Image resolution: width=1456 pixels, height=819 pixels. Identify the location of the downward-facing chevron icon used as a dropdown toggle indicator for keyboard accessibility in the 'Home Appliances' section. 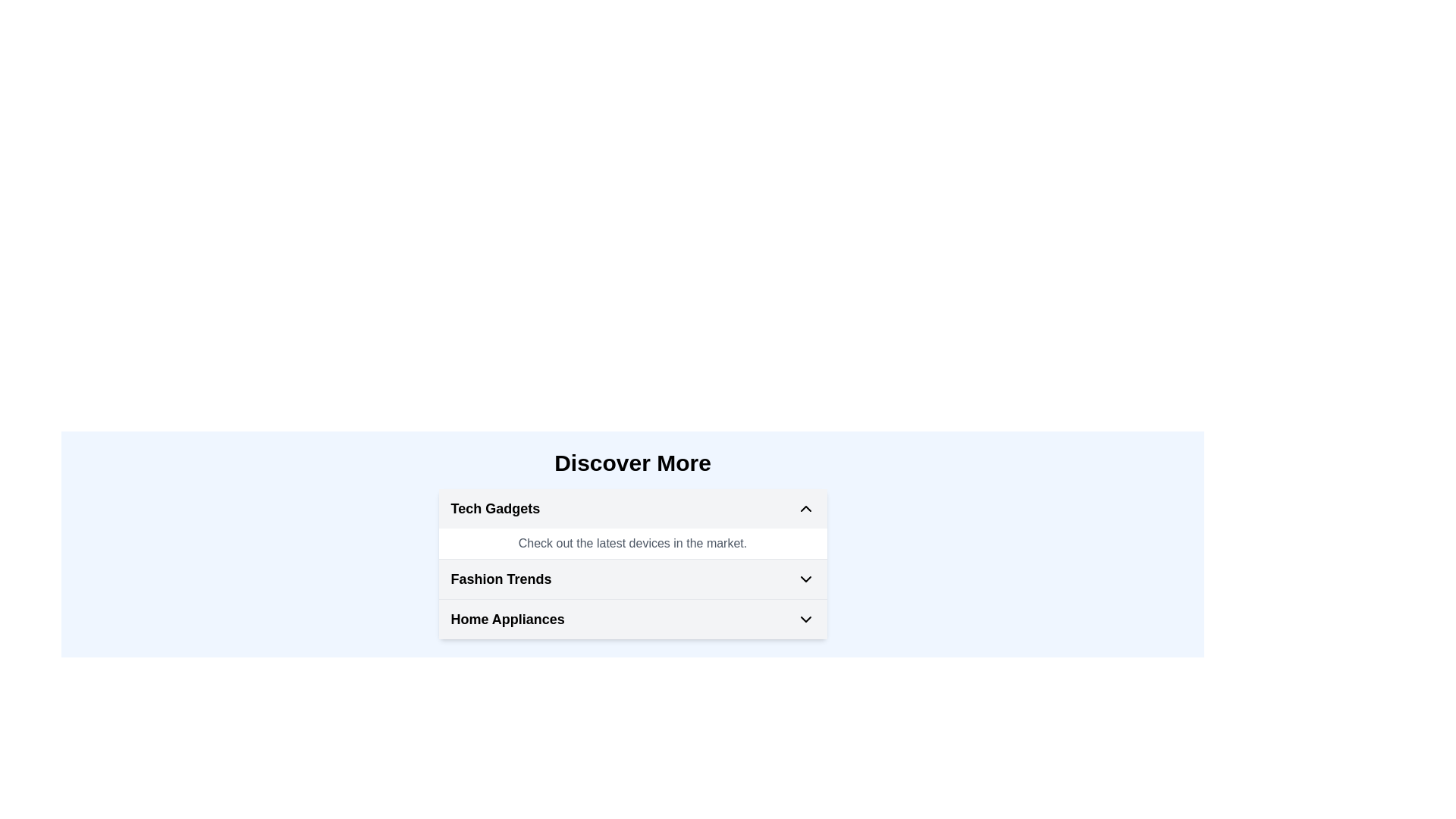
(805, 620).